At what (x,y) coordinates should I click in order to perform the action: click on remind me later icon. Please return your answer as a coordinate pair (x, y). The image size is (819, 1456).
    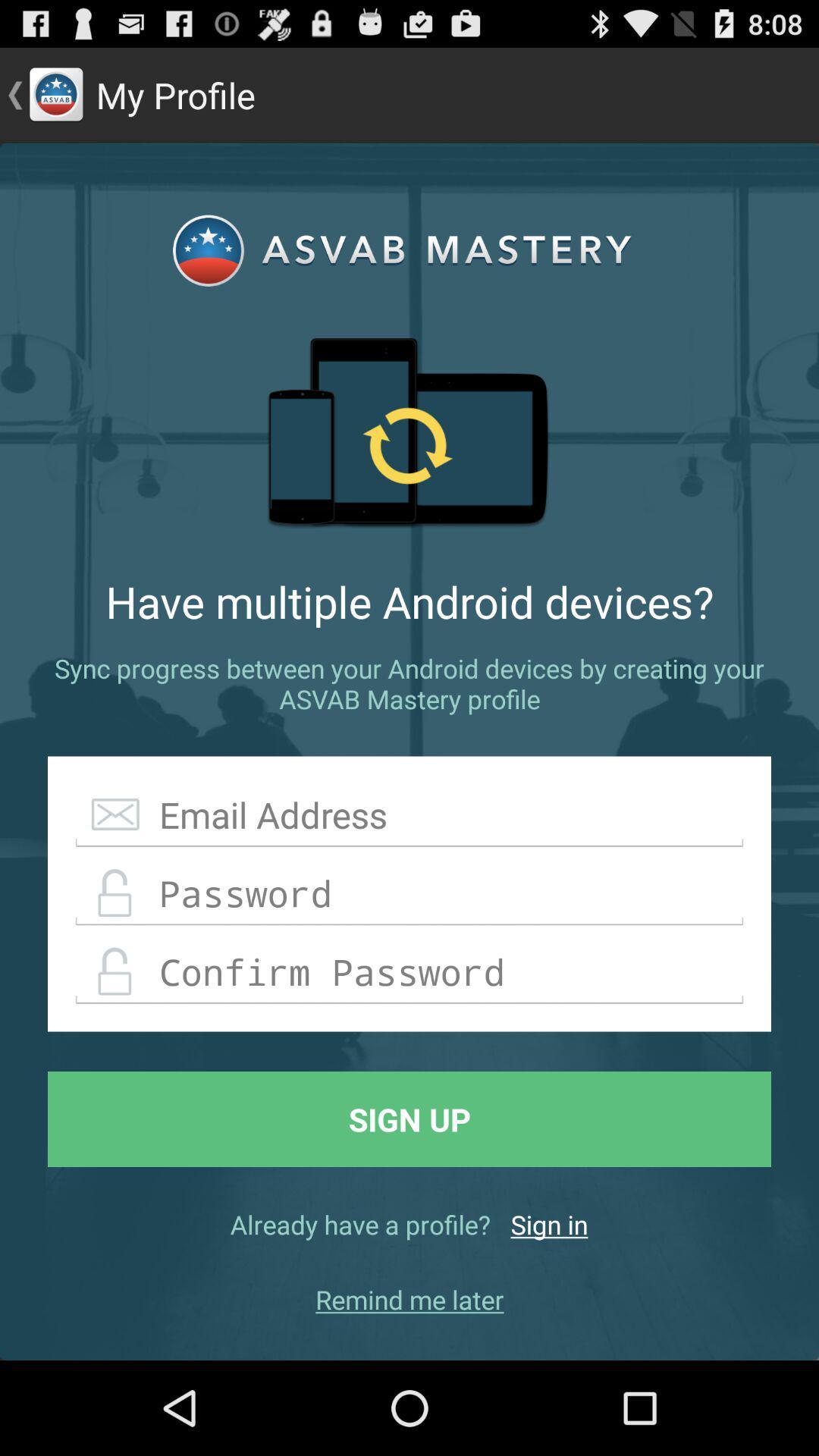
    Looking at the image, I should click on (409, 1298).